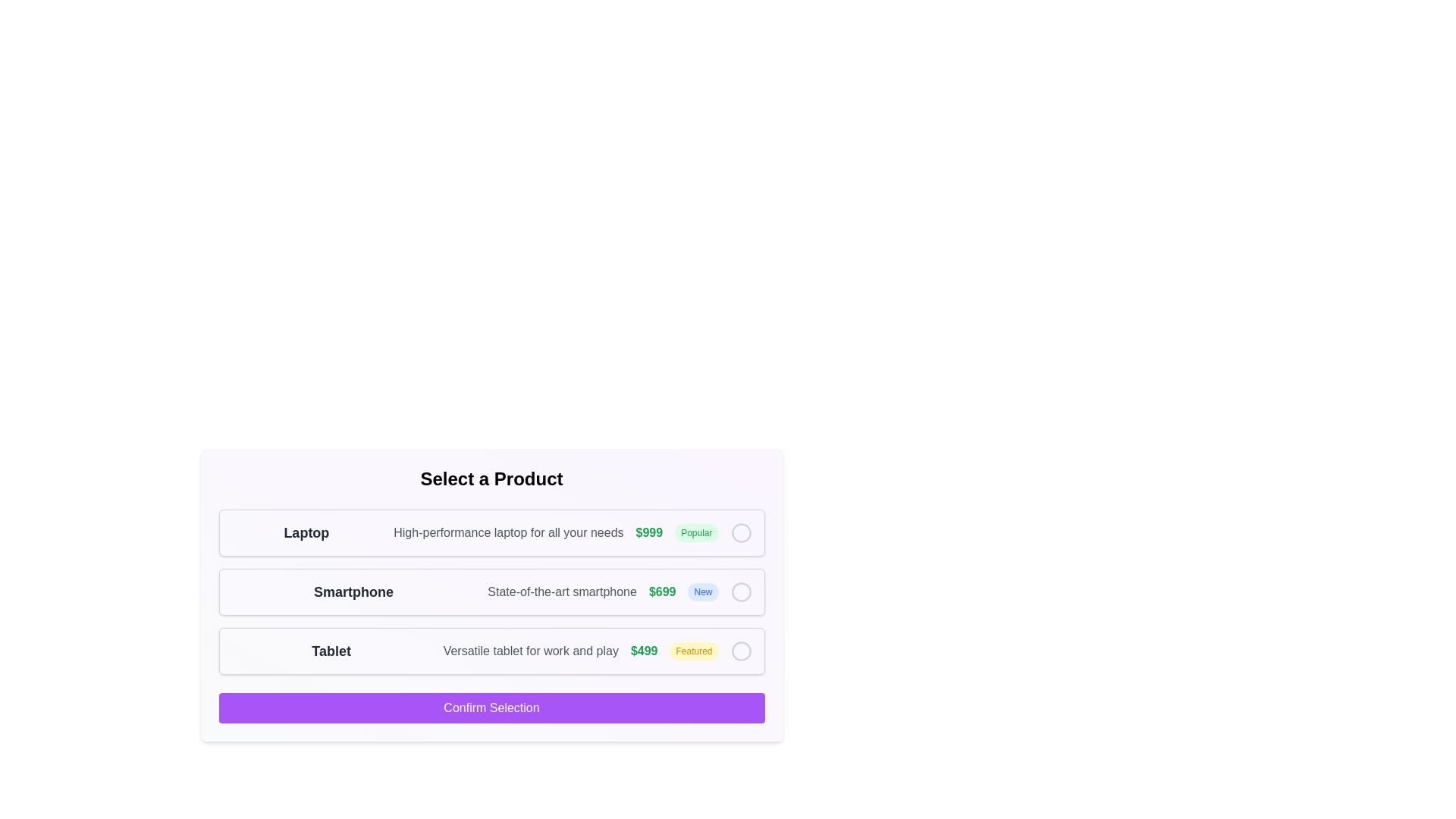  Describe the element at coordinates (491, 651) in the screenshot. I see `the radio button for the 'Tablet' option in the product list, which is the third item below 'Smartphone'` at that location.